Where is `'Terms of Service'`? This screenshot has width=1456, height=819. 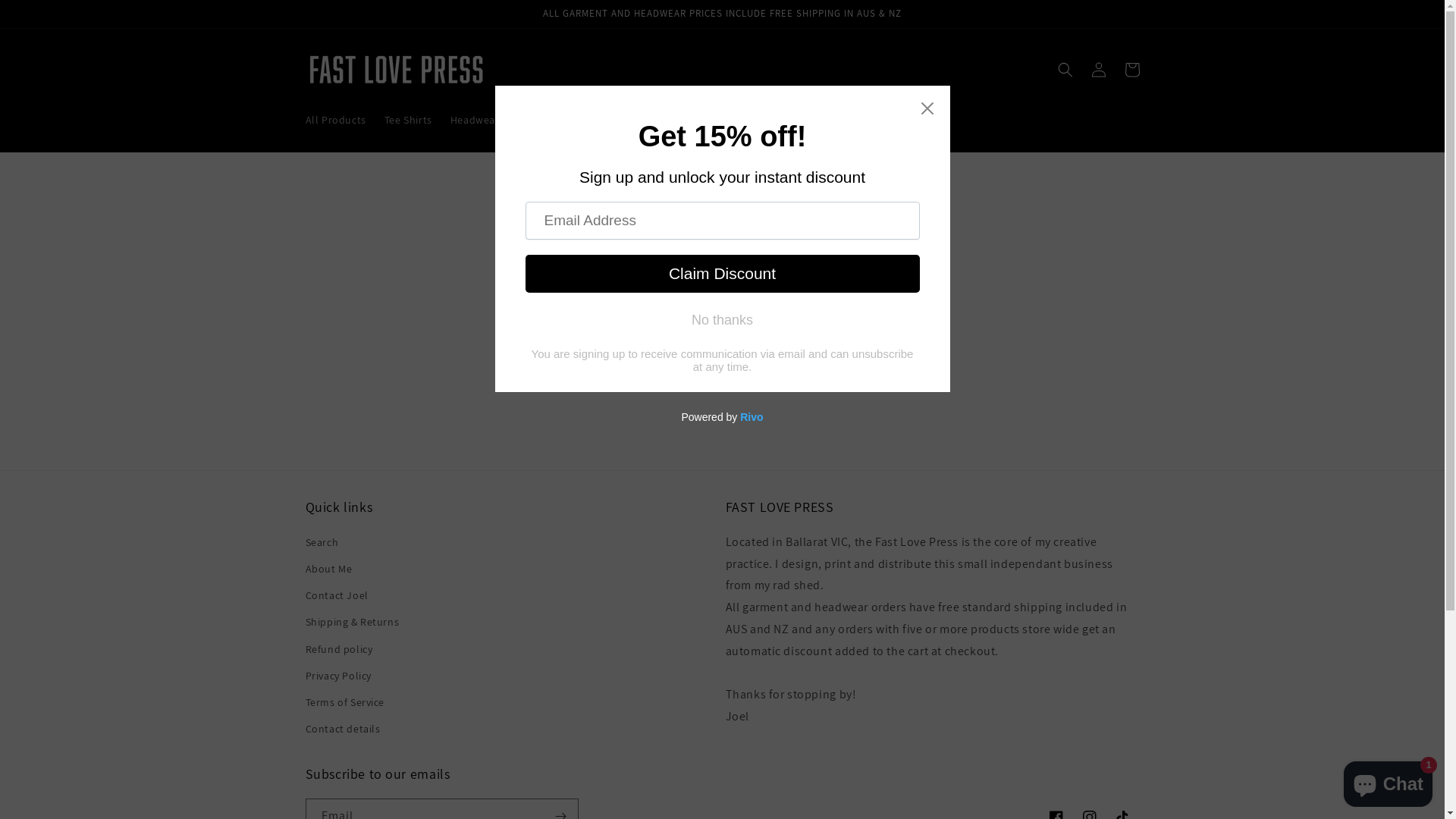 'Terms of Service' is located at coordinates (344, 702).